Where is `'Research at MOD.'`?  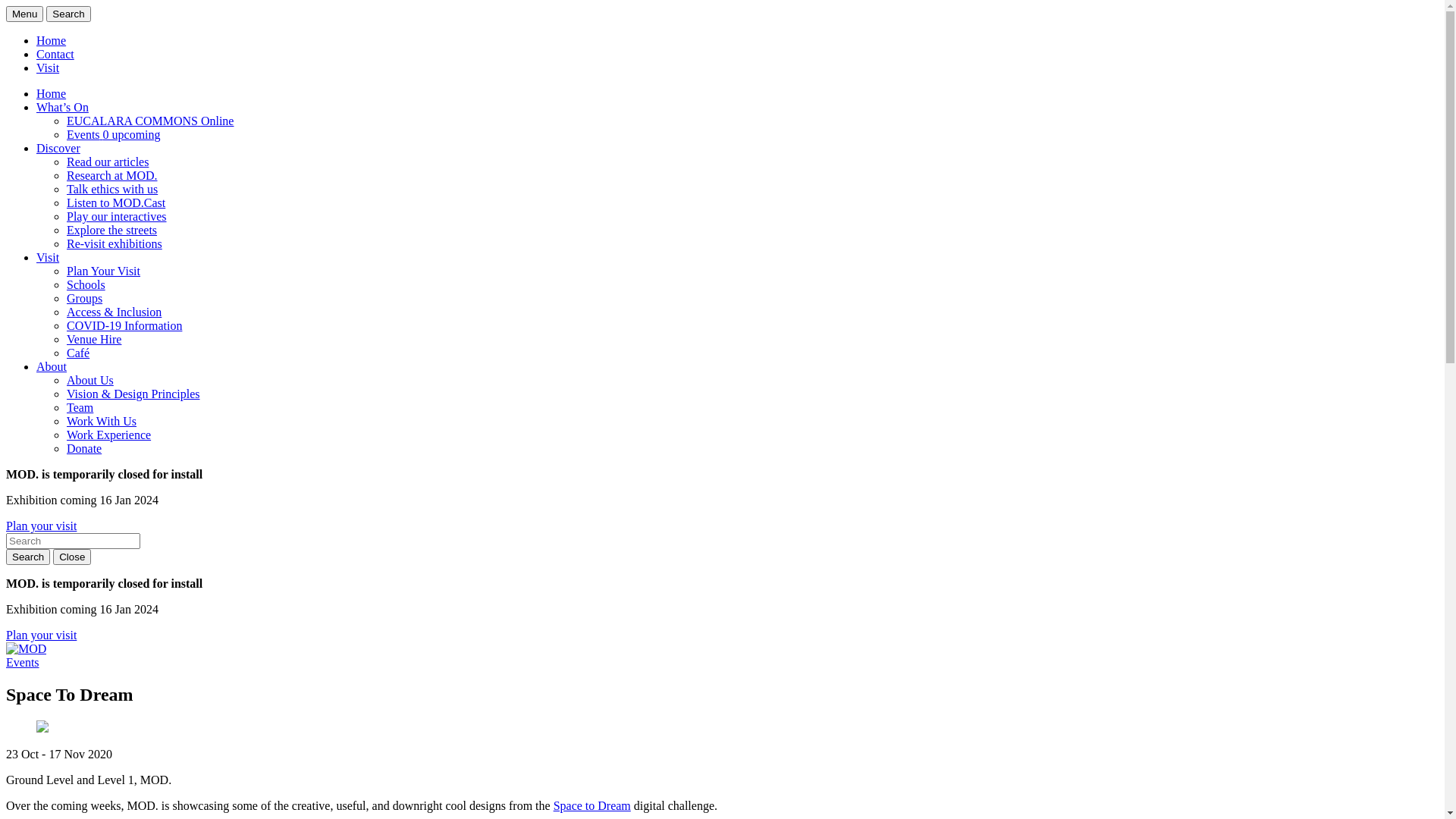
'Research at MOD.' is located at coordinates (111, 174).